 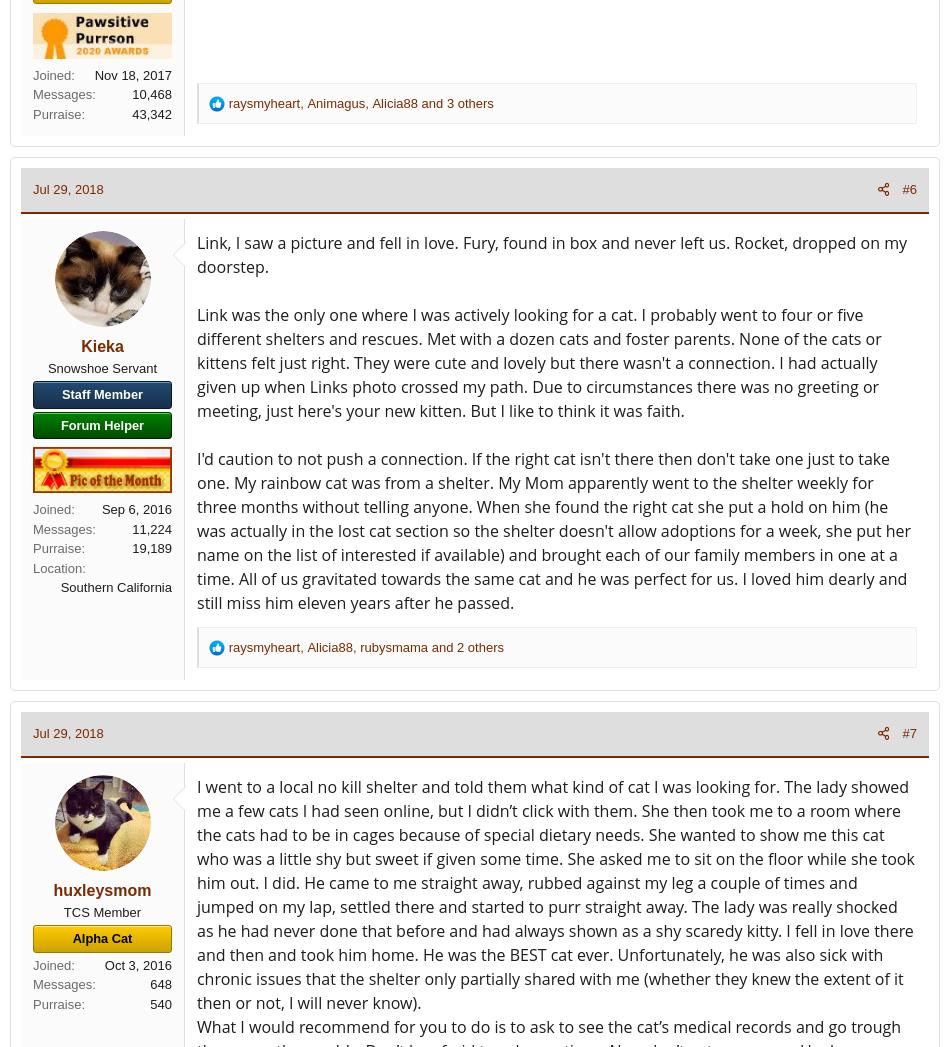 What do you see at coordinates (908, 733) in the screenshot?
I see `'#7'` at bounding box center [908, 733].